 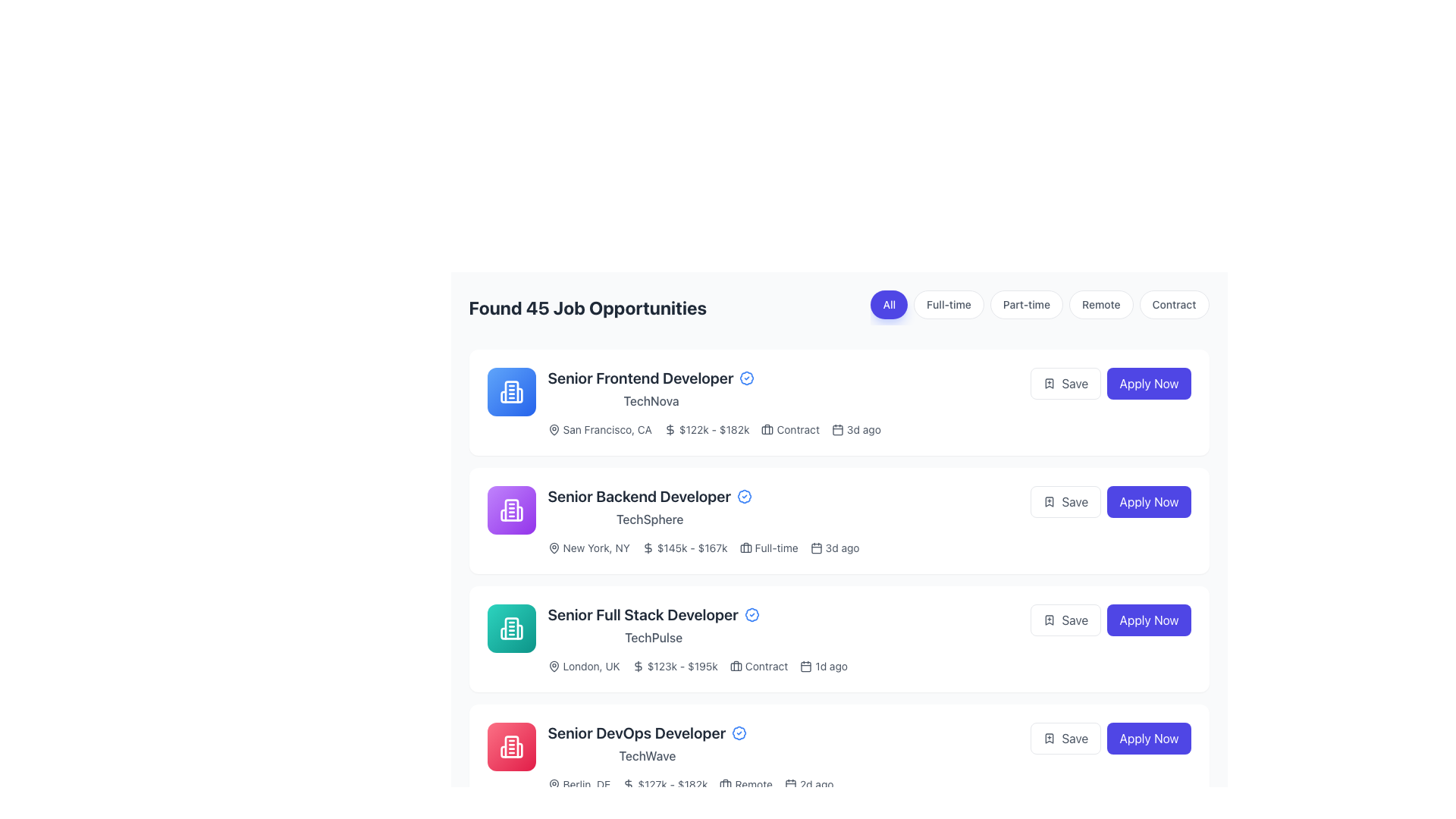 I want to click on the geographical location icon located to the left of 'San Francisco, CA' in the first job listing on the page, so click(x=553, y=430).